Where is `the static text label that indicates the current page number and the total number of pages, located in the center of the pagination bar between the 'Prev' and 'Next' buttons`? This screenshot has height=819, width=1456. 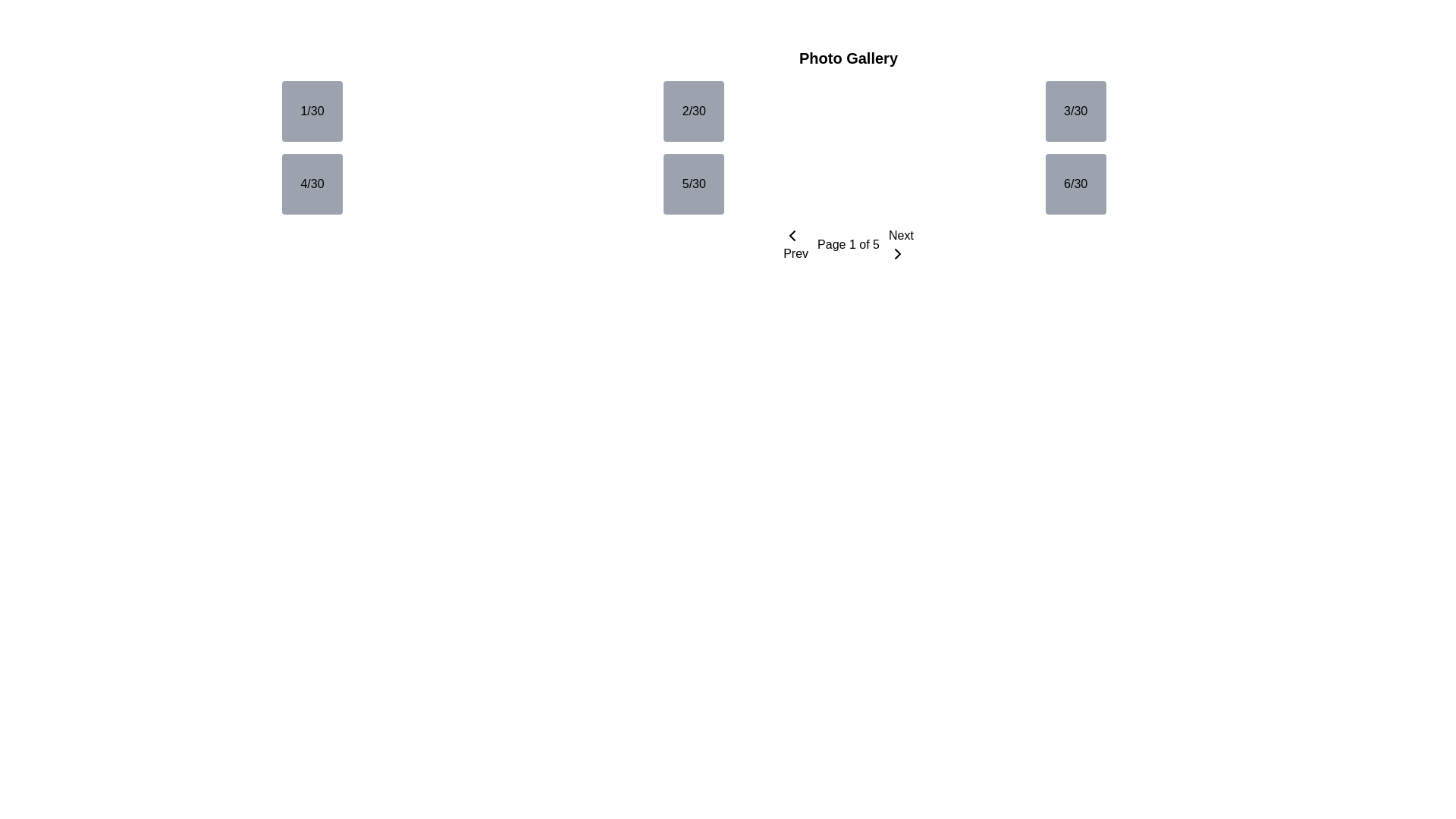
the static text label that indicates the current page number and the total number of pages, located in the center of the pagination bar between the 'Prev' and 'Next' buttons is located at coordinates (847, 244).